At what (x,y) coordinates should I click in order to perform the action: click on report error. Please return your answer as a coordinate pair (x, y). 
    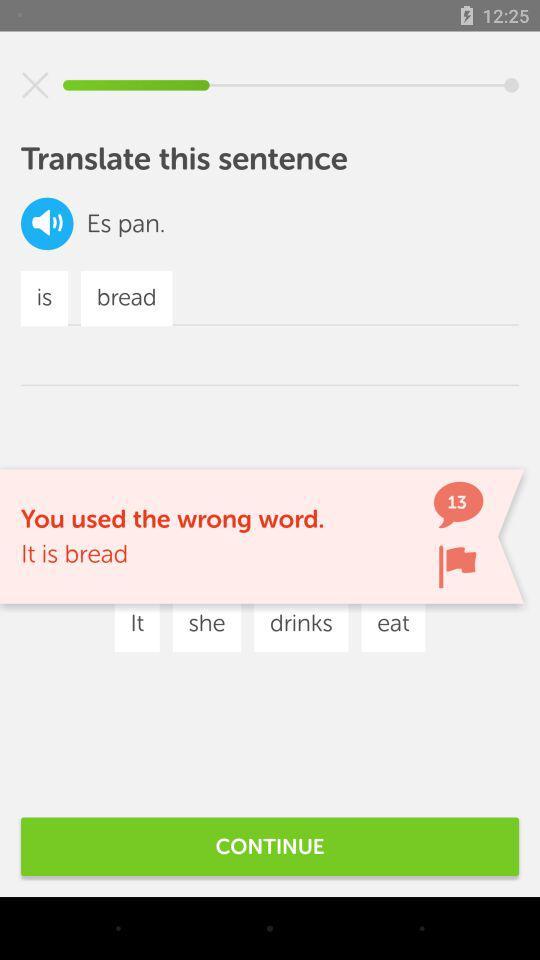
    Looking at the image, I should click on (457, 566).